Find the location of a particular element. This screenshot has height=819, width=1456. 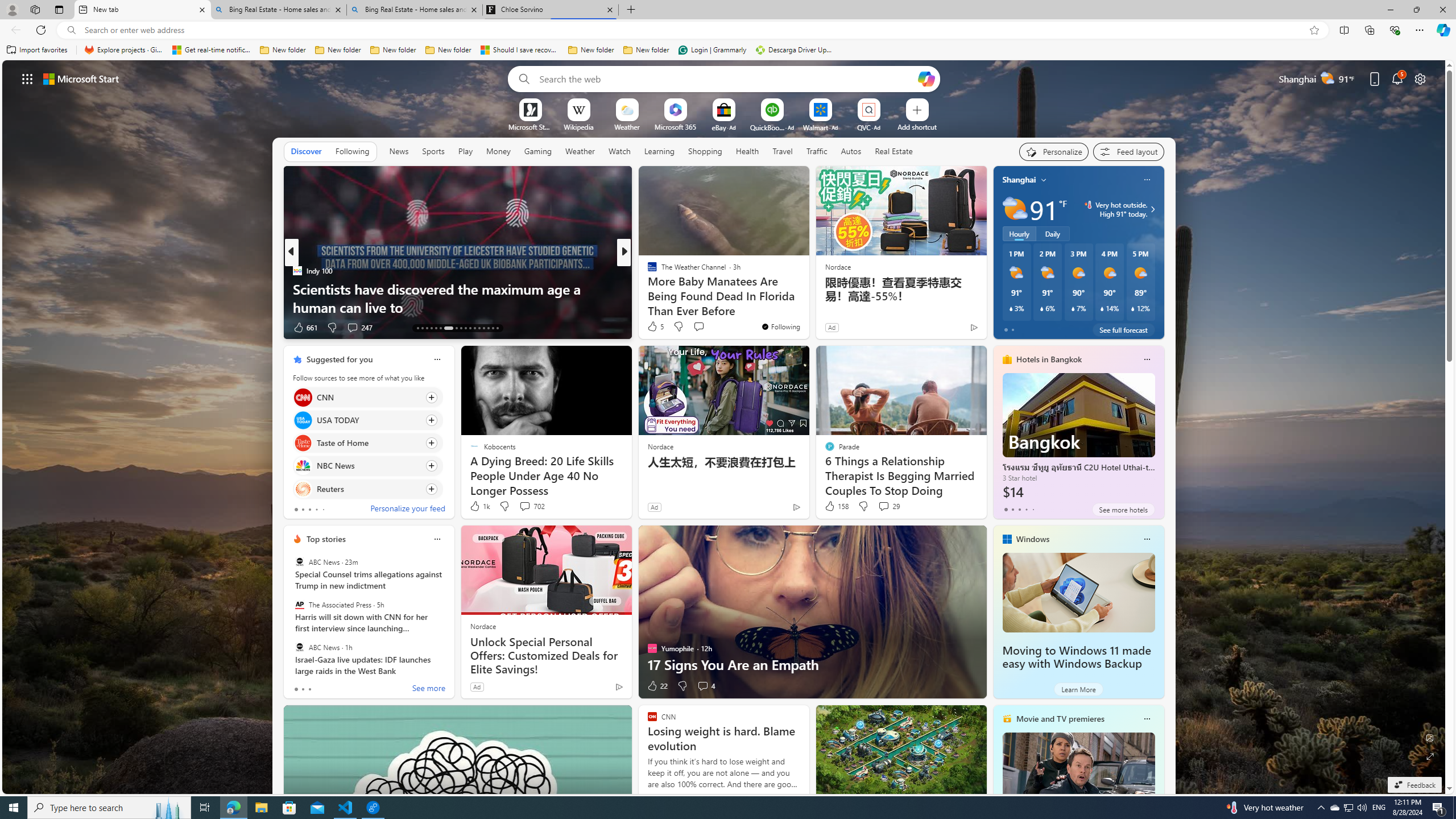

'Click to follow source NBC News' is located at coordinates (367, 466).